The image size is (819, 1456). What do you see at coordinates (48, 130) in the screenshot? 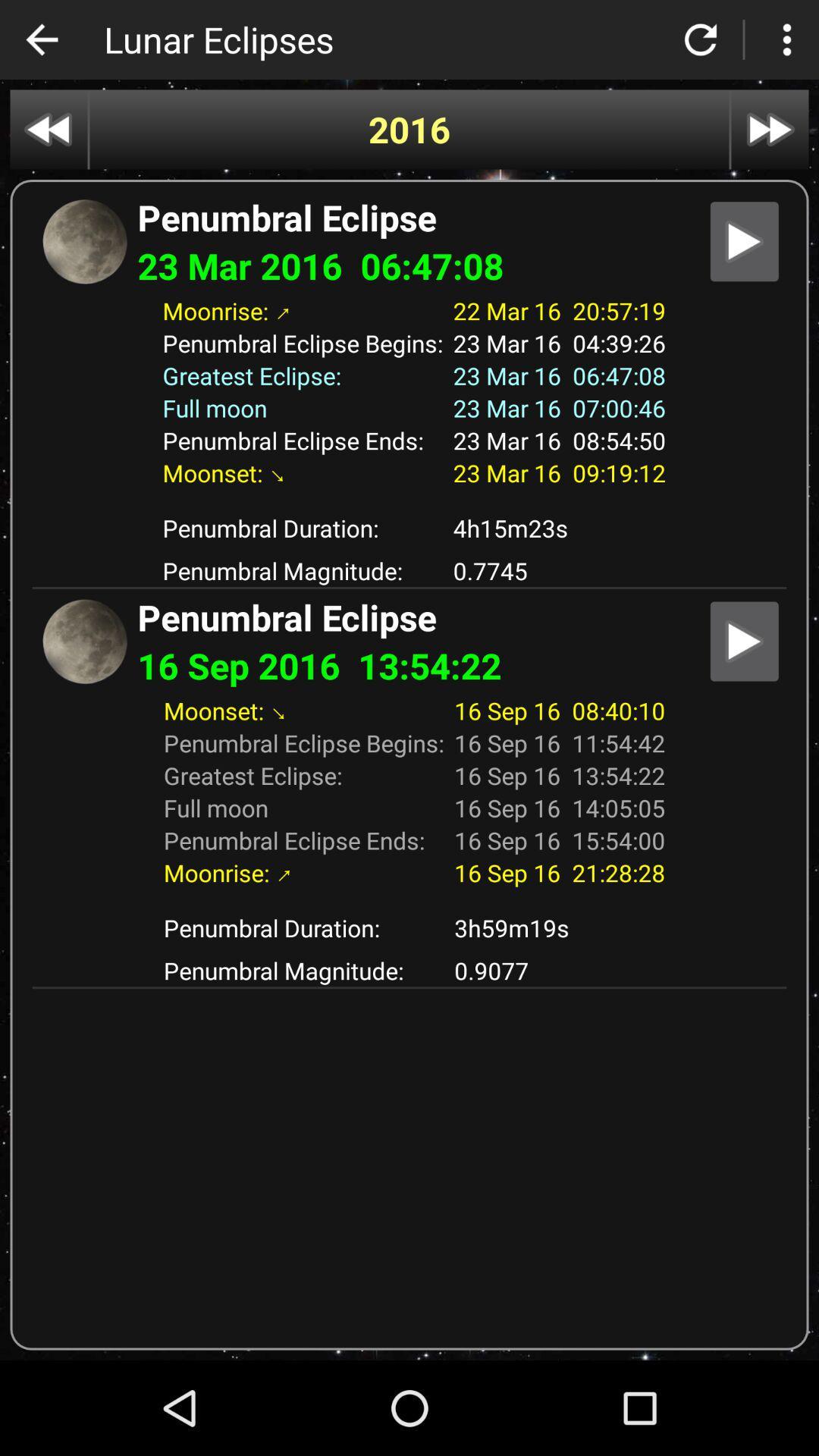
I see `the av_rewind icon` at bounding box center [48, 130].